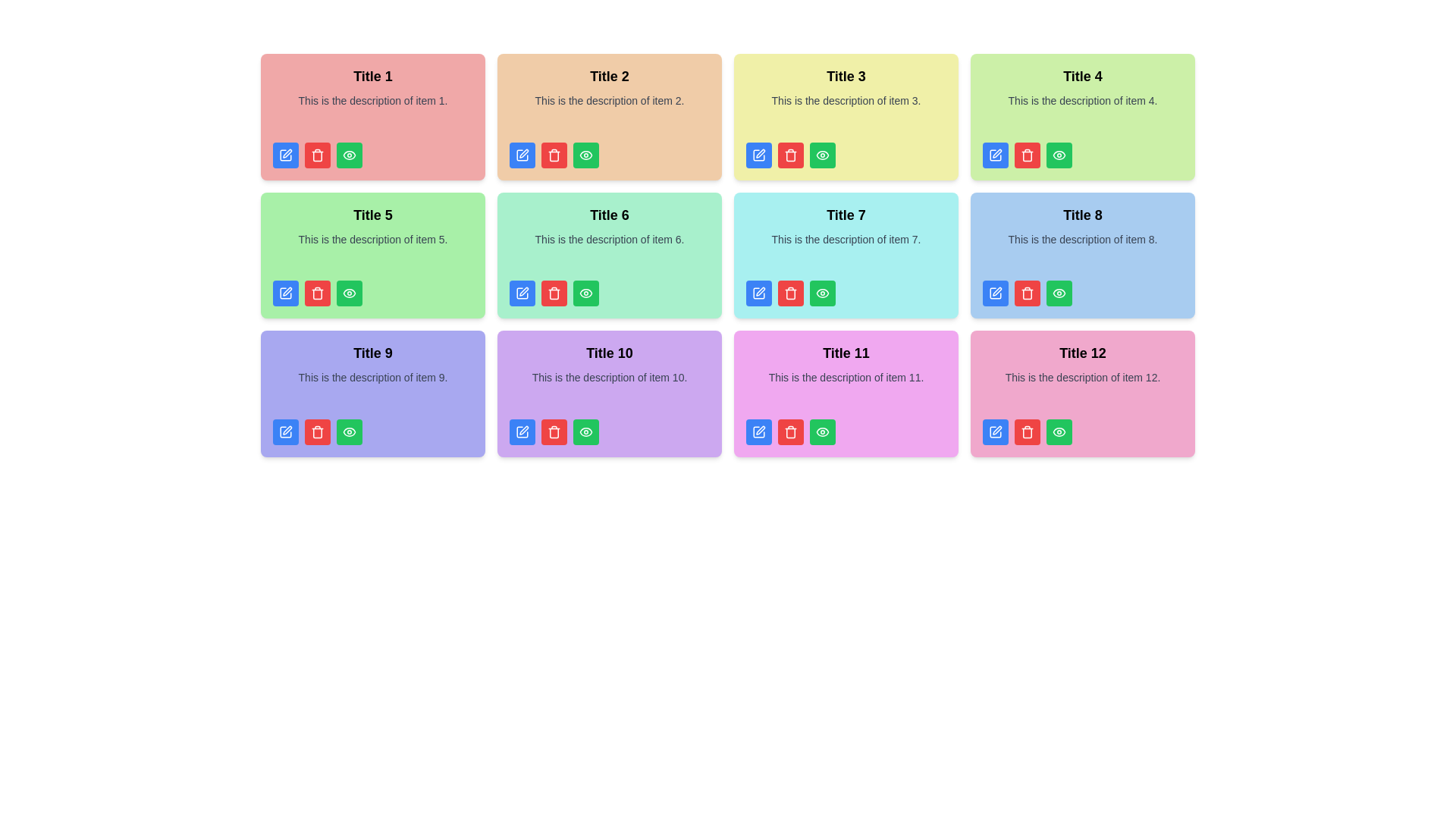 This screenshot has height=819, width=1456. Describe the element at coordinates (821, 293) in the screenshot. I see `the eye icon with a green background located as the third button in the action button group under the card labeled 'Title 7'` at that location.